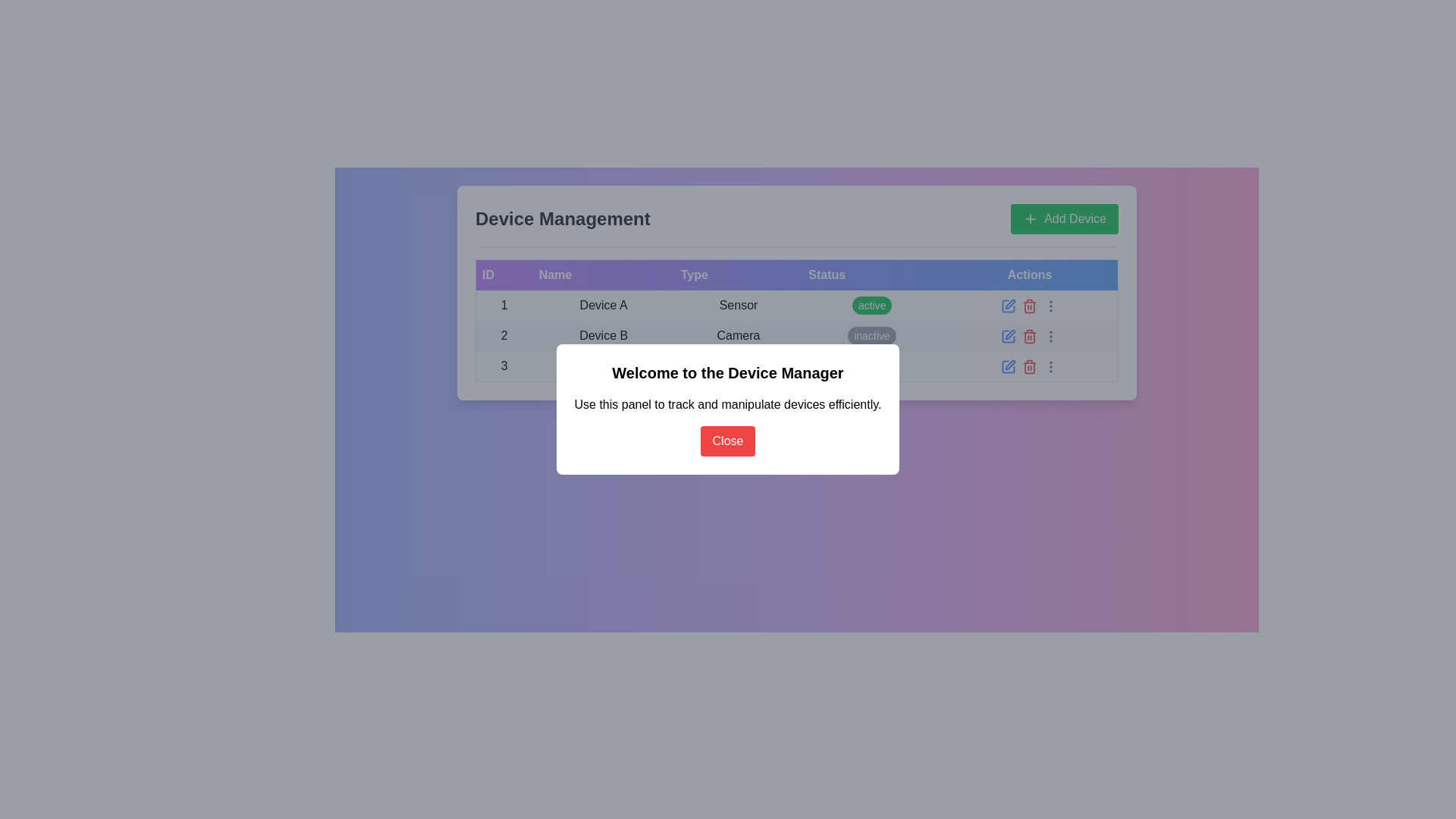 This screenshot has width=1456, height=819. What do you see at coordinates (796, 335) in the screenshot?
I see `the second row in the table that contains details about 'Device B', which includes its identifier '2', type 'Camera', and status 'inactive'` at bounding box center [796, 335].